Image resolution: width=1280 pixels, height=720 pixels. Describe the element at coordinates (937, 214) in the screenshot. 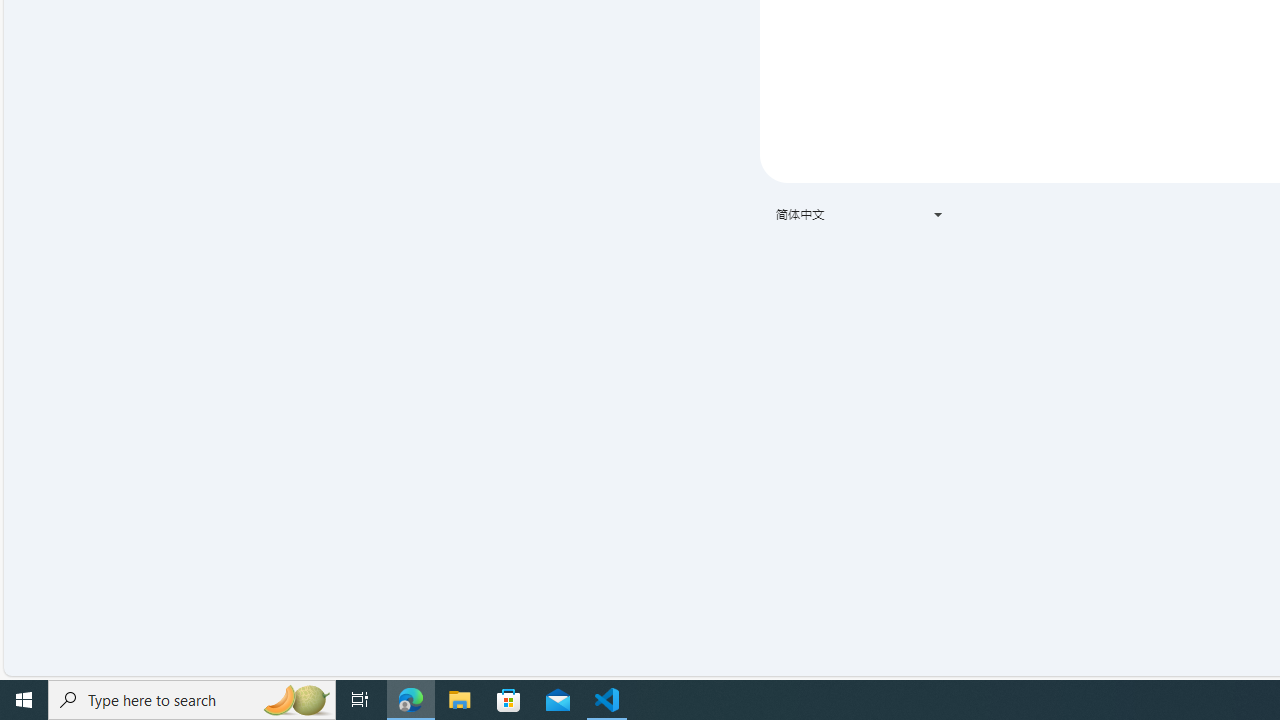

I see `'Class: VfPpkd-t08AT-Bz112c-Bd00G'` at that location.